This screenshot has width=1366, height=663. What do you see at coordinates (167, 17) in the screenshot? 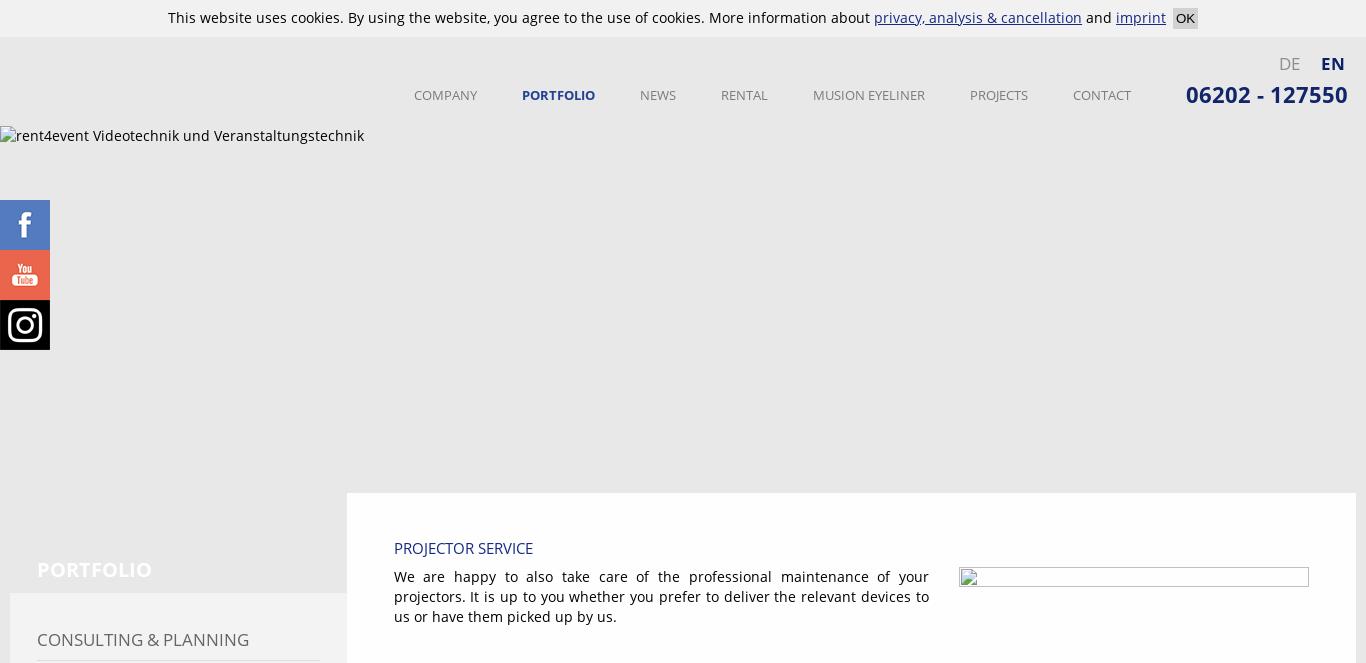
I see `'This website uses cookies. By using the website, you agree to the use of cookies. More information about'` at bounding box center [167, 17].